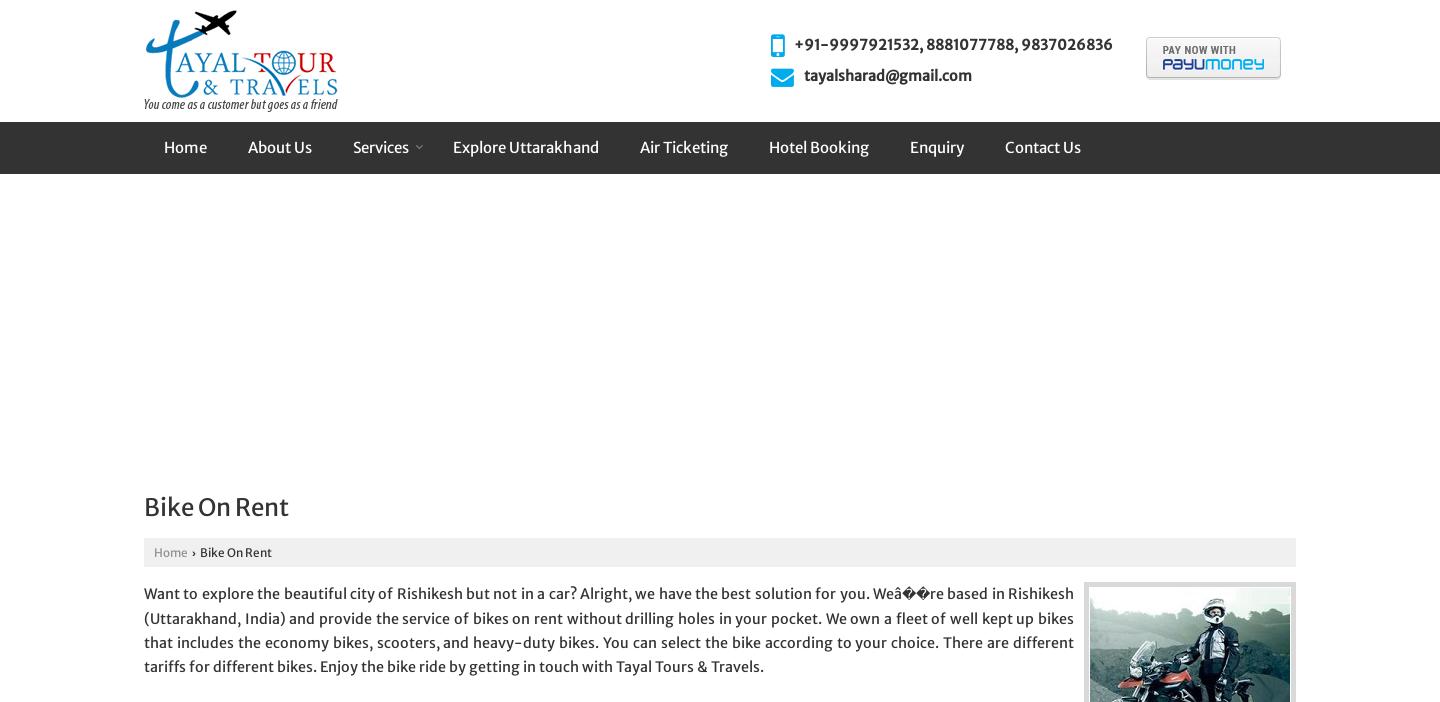 This screenshot has width=1440, height=702. What do you see at coordinates (684, 146) in the screenshot?
I see `'Air Ticketing'` at bounding box center [684, 146].